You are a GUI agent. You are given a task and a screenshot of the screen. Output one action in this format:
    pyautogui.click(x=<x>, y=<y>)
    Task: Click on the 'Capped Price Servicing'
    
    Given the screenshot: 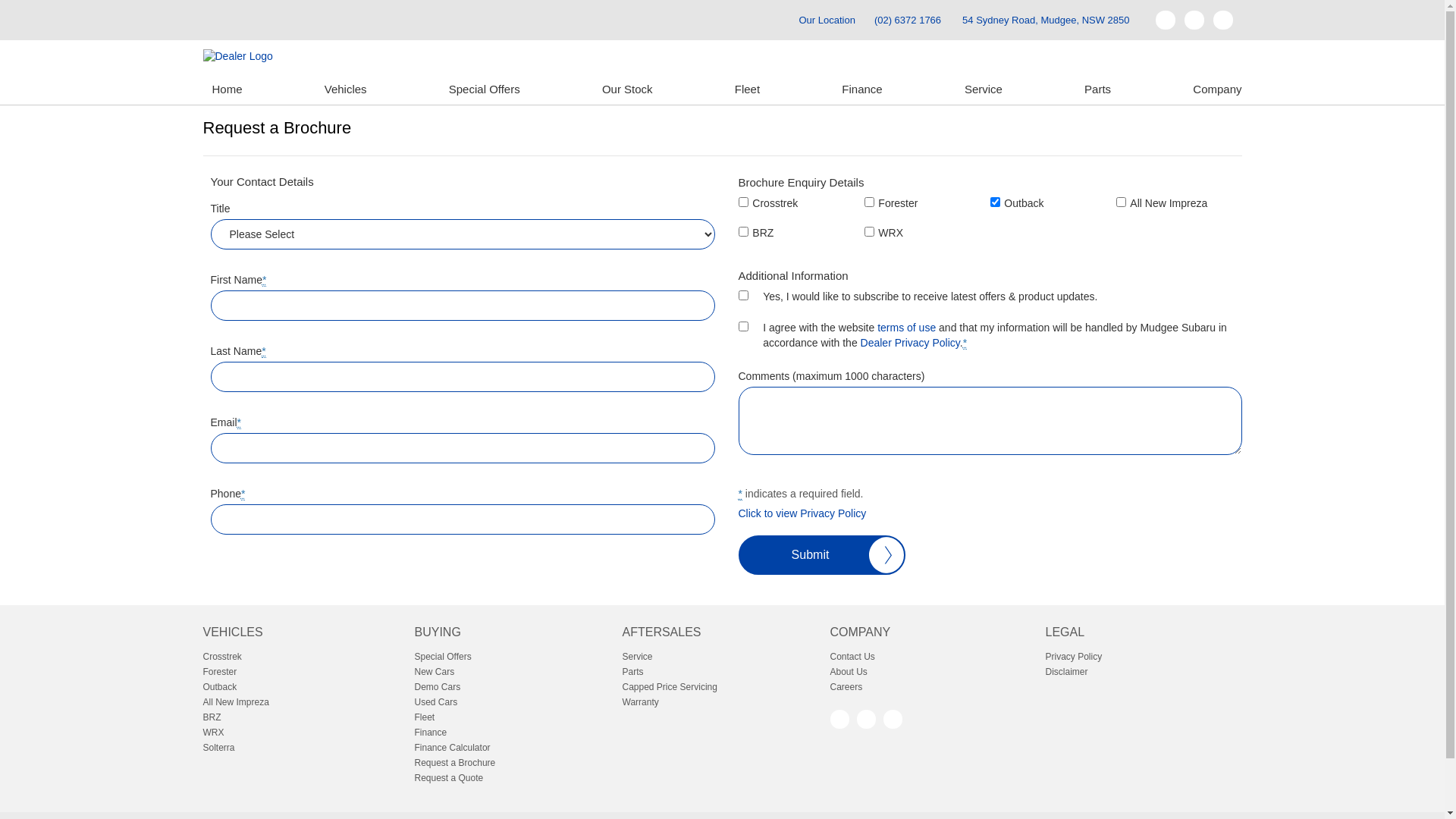 What is the action you would take?
    pyautogui.click(x=720, y=687)
    